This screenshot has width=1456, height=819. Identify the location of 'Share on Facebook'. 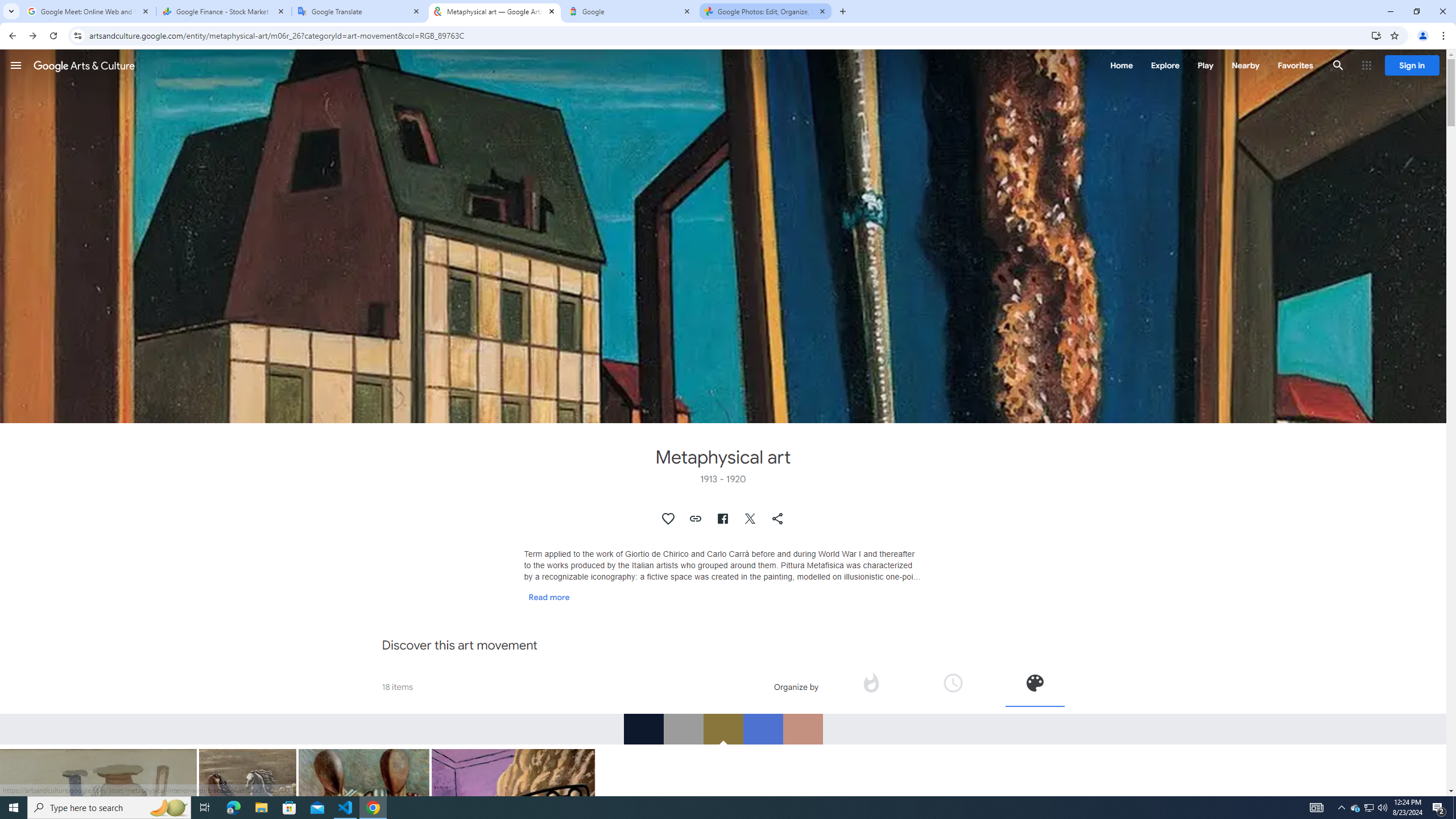
(723, 518).